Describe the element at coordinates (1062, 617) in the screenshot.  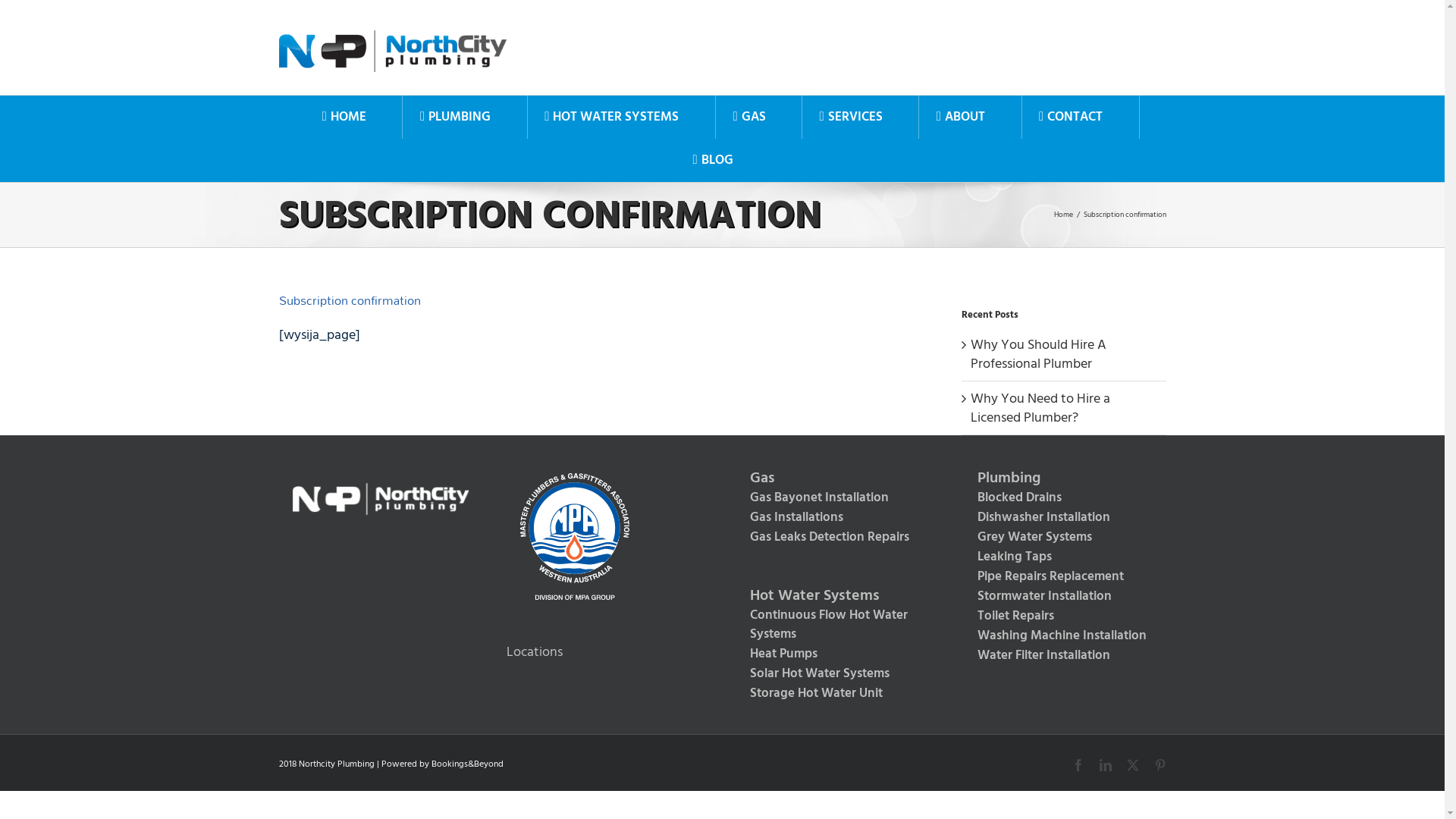
I see `'Toilet Repairs'` at that location.